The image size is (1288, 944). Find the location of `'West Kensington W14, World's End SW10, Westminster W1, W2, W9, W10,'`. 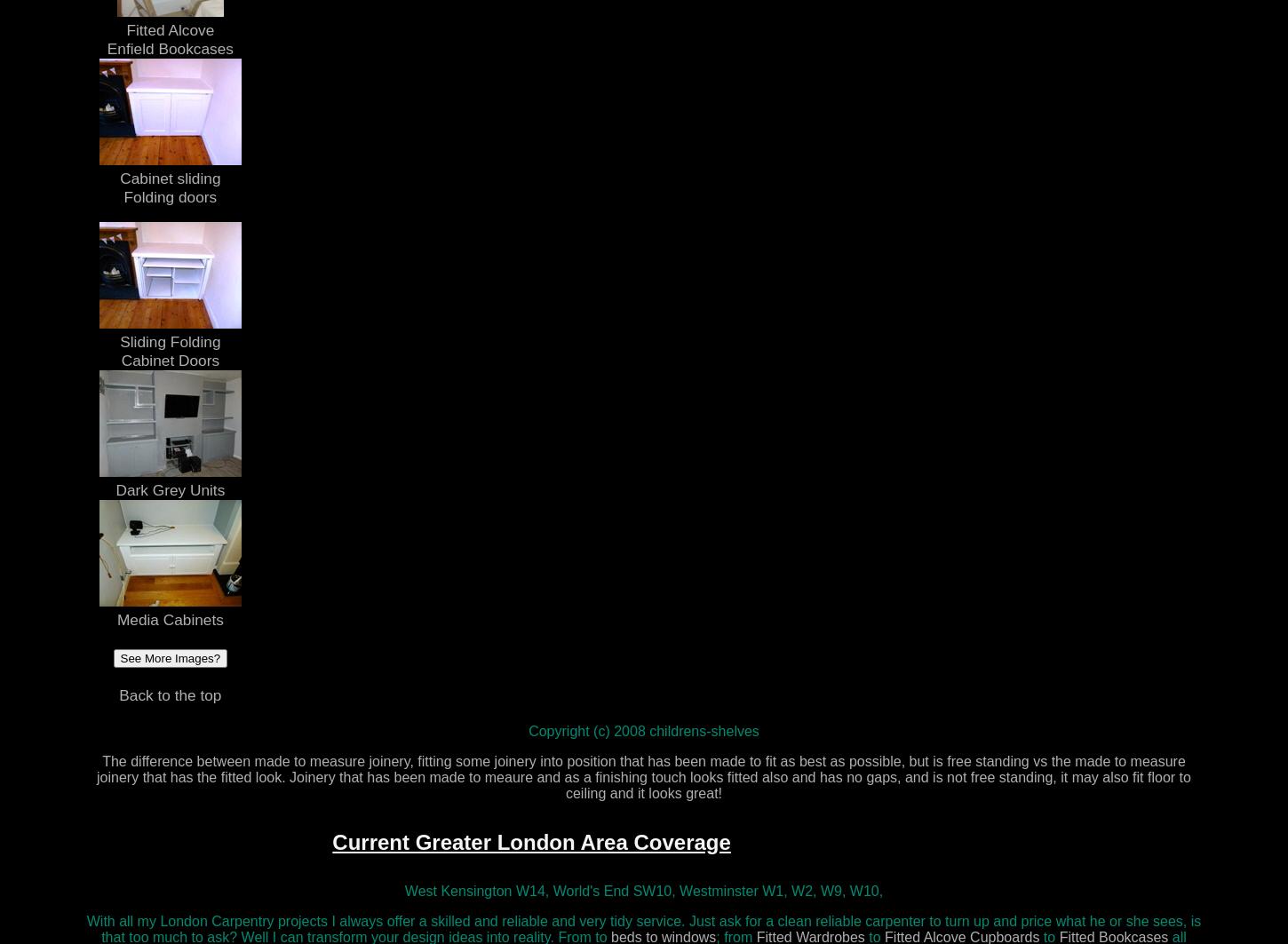

'West Kensington W14, World's End SW10, Westminster W1, W2, W9, W10,' is located at coordinates (642, 889).